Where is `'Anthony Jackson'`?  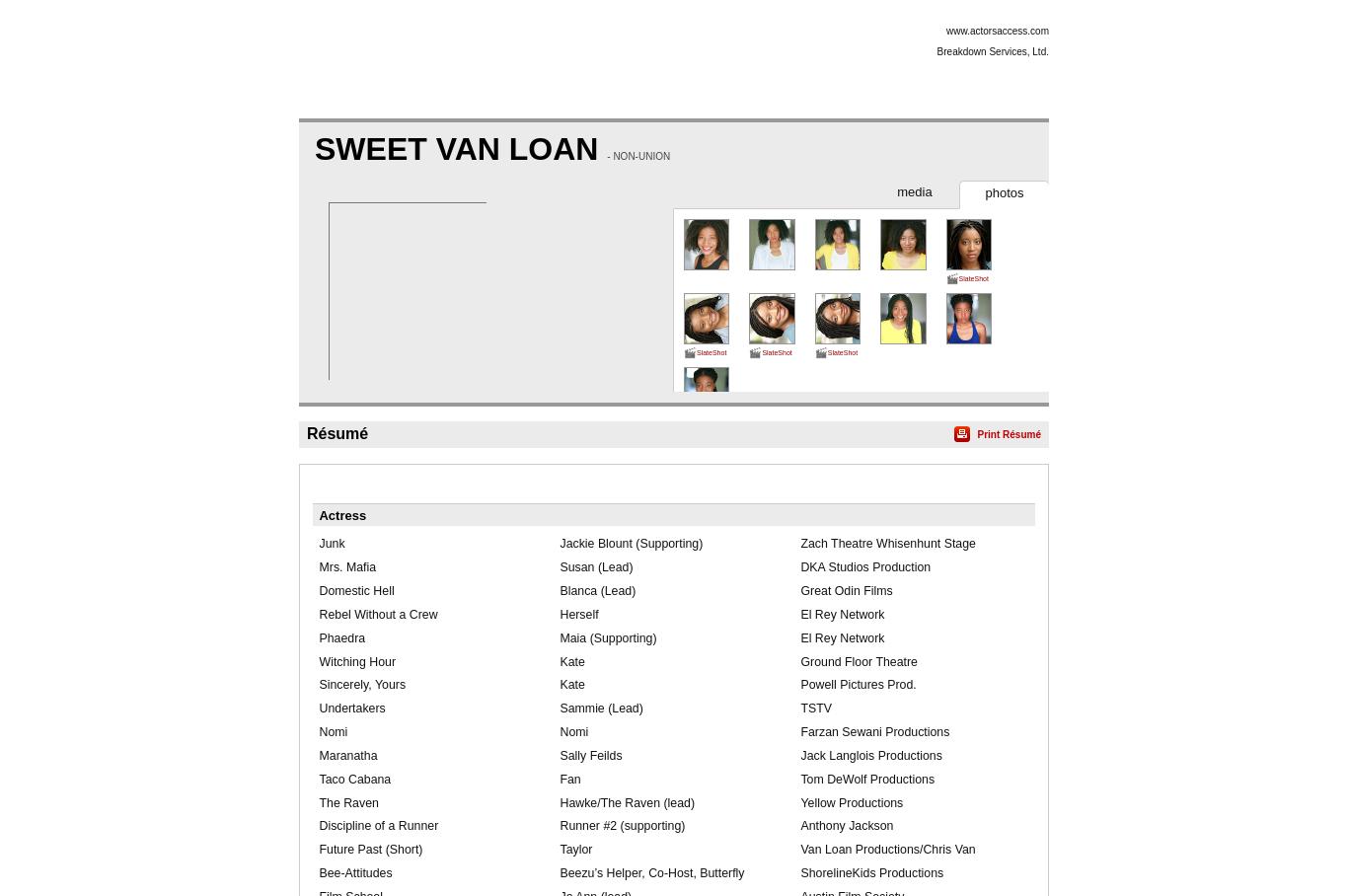
'Anthony Jackson' is located at coordinates (798, 824).